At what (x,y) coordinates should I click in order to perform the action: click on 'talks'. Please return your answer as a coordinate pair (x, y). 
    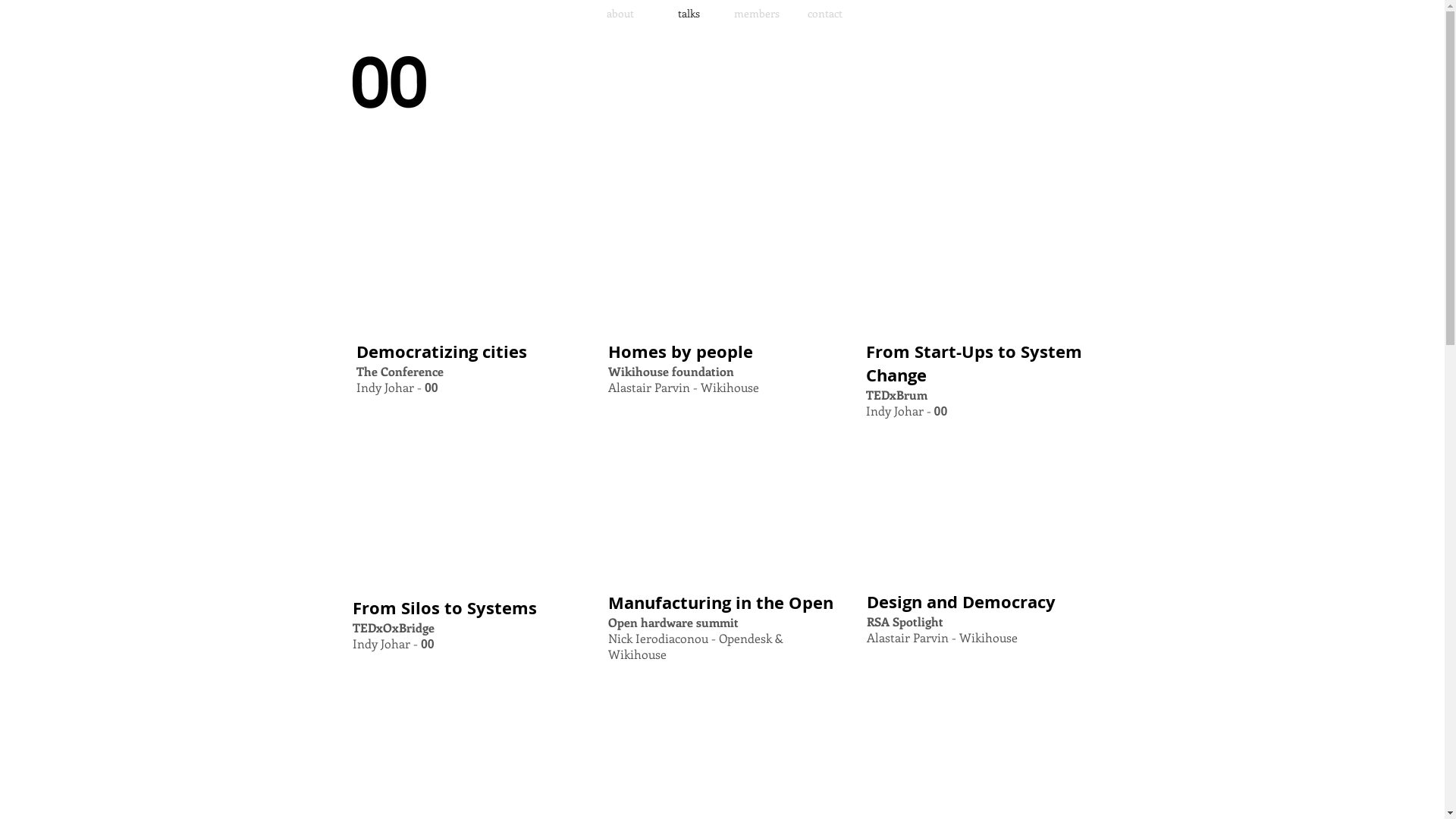
    Looking at the image, I should click on (687, 14).